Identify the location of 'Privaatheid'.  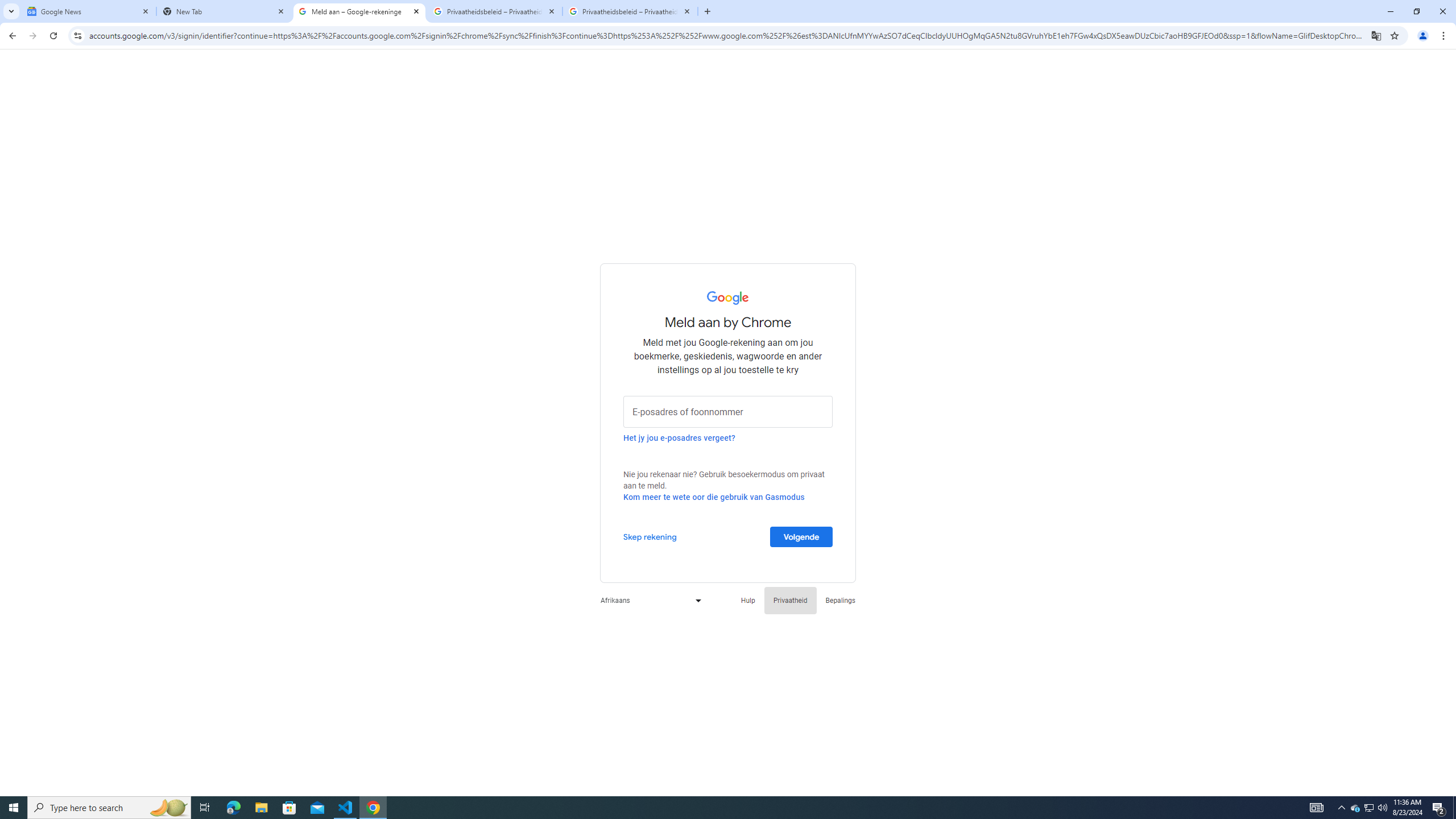
(791, 599).